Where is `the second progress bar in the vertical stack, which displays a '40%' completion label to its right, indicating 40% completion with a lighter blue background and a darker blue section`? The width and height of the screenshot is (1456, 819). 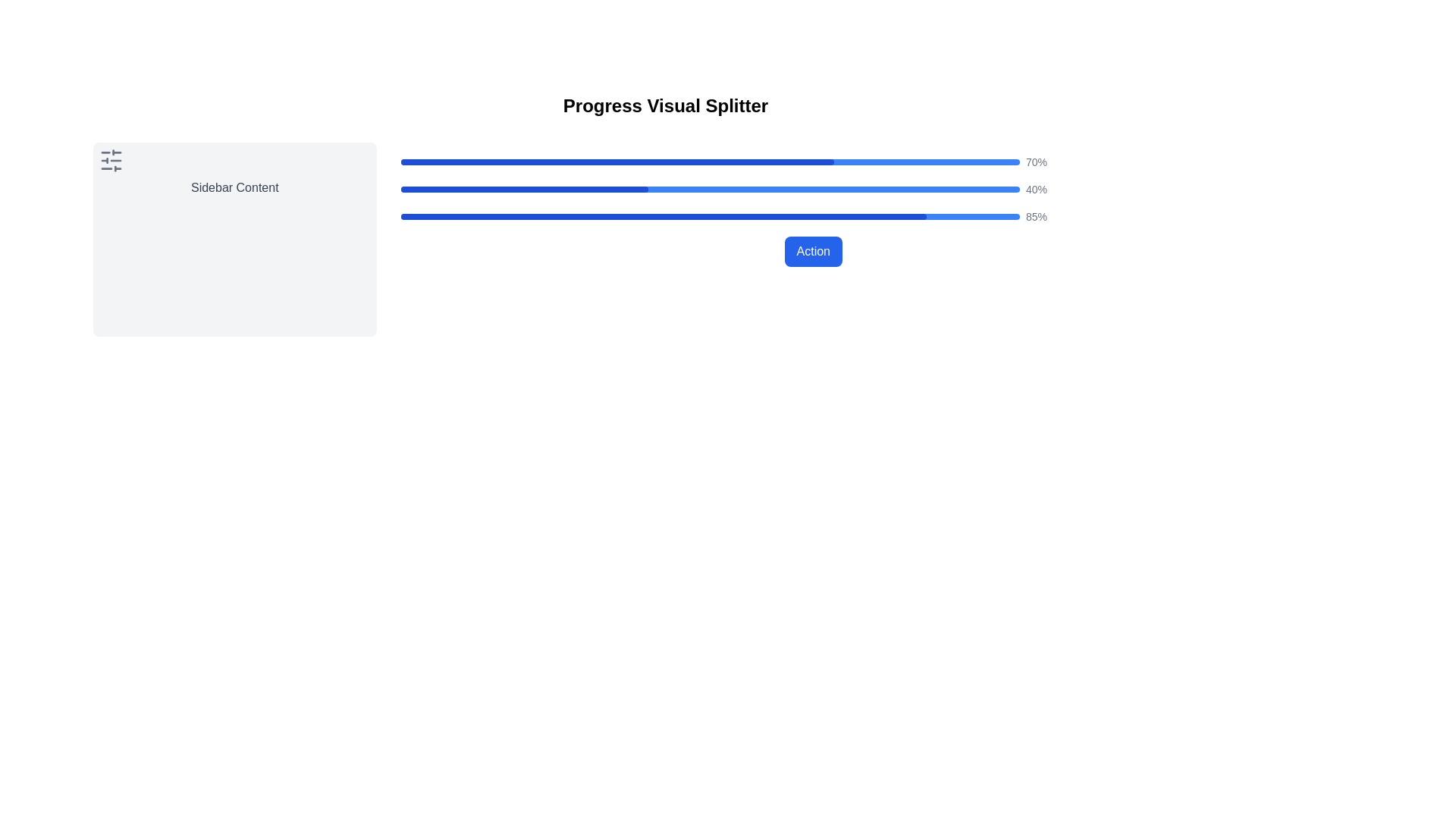 the second progress bar in the vertical stack, which displays a '40%' completion label to its right, indicating 40% completion with a lighter blue background and a darker blue section is located at coordinates (812, 189).